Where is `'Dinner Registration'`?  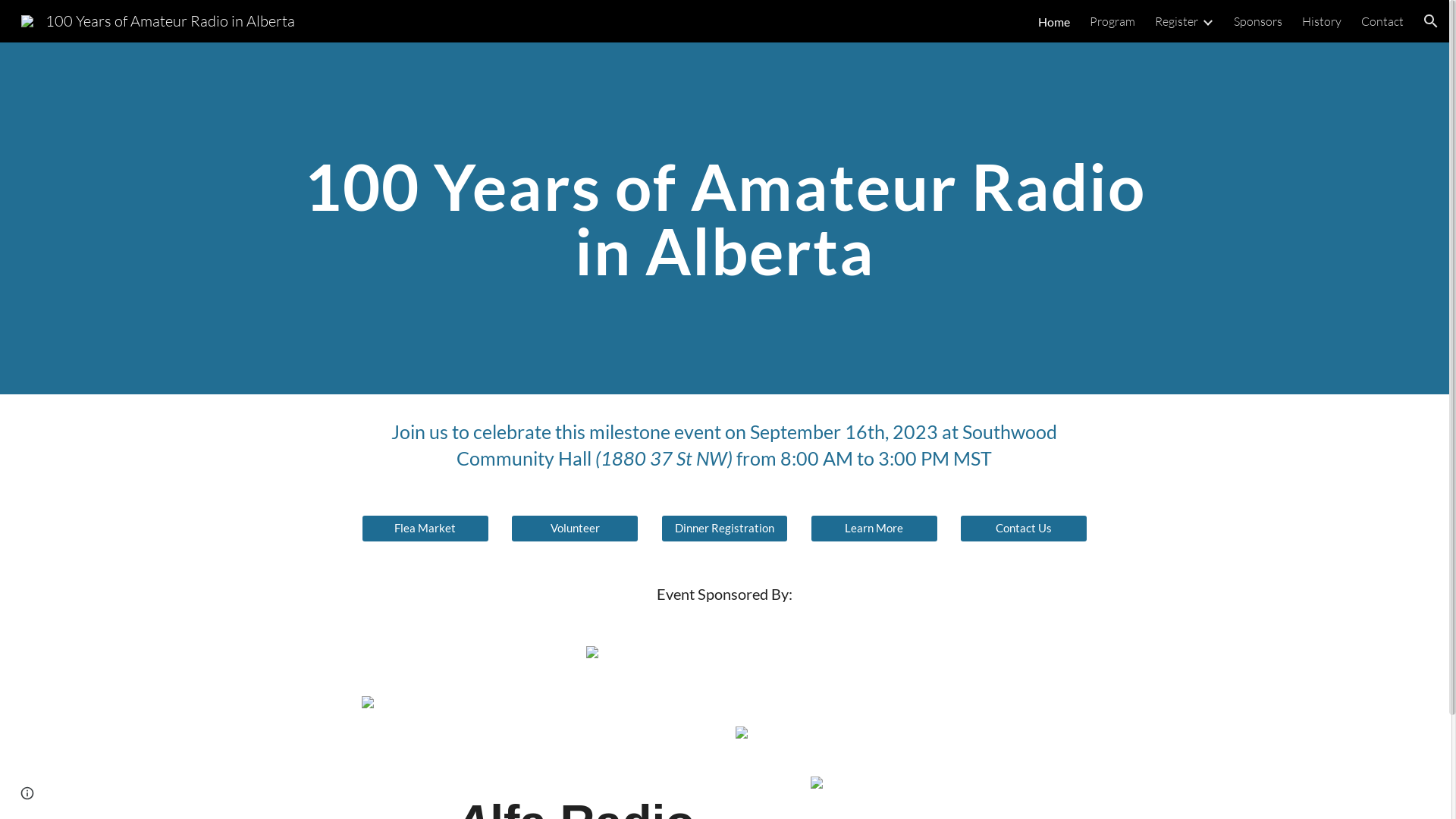
'Dinner Registration' is located at coordinates (723, 528).